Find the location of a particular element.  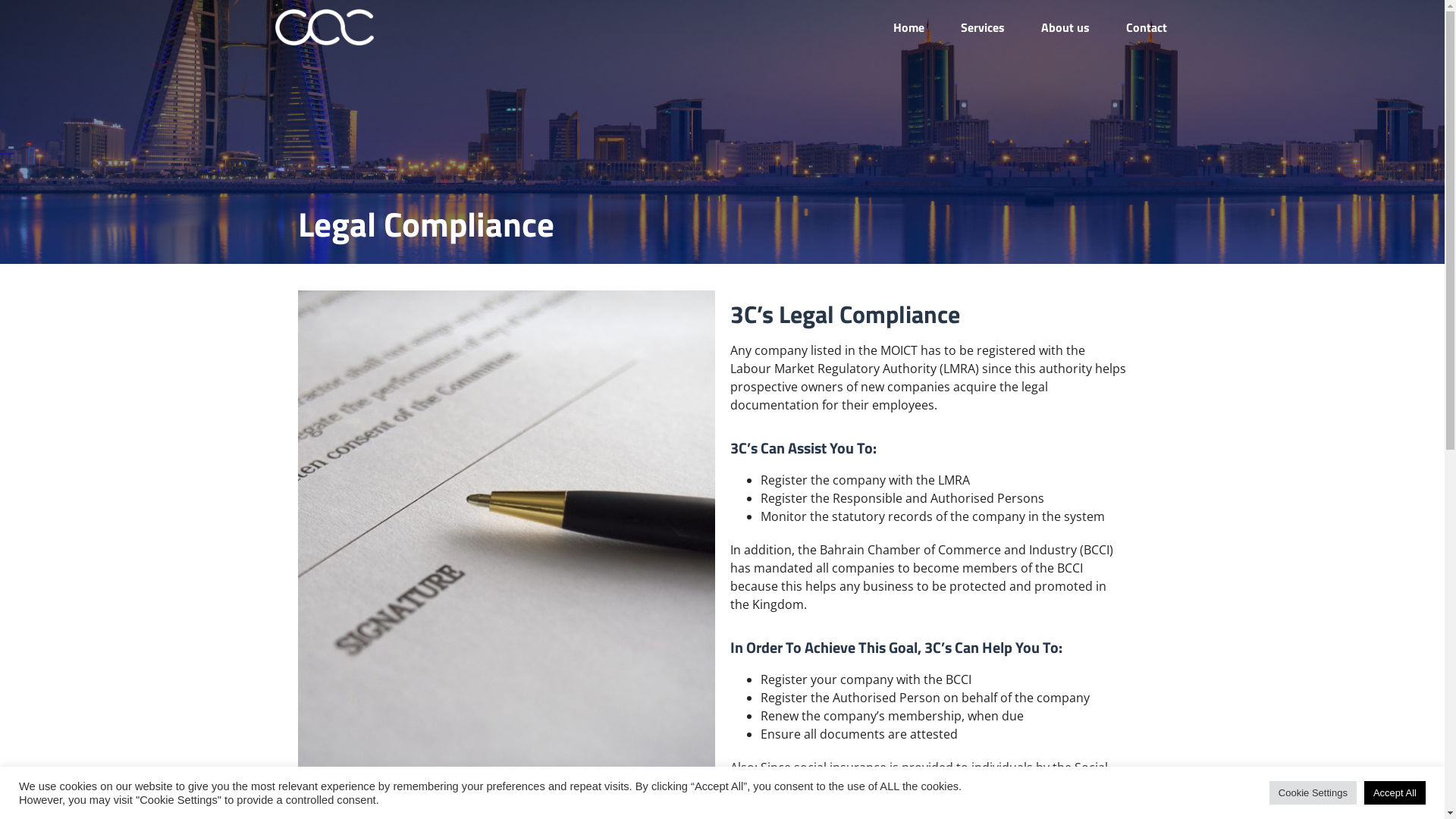

'3cs-legal-Compliance-inner' is located at coordinates (506, 533).